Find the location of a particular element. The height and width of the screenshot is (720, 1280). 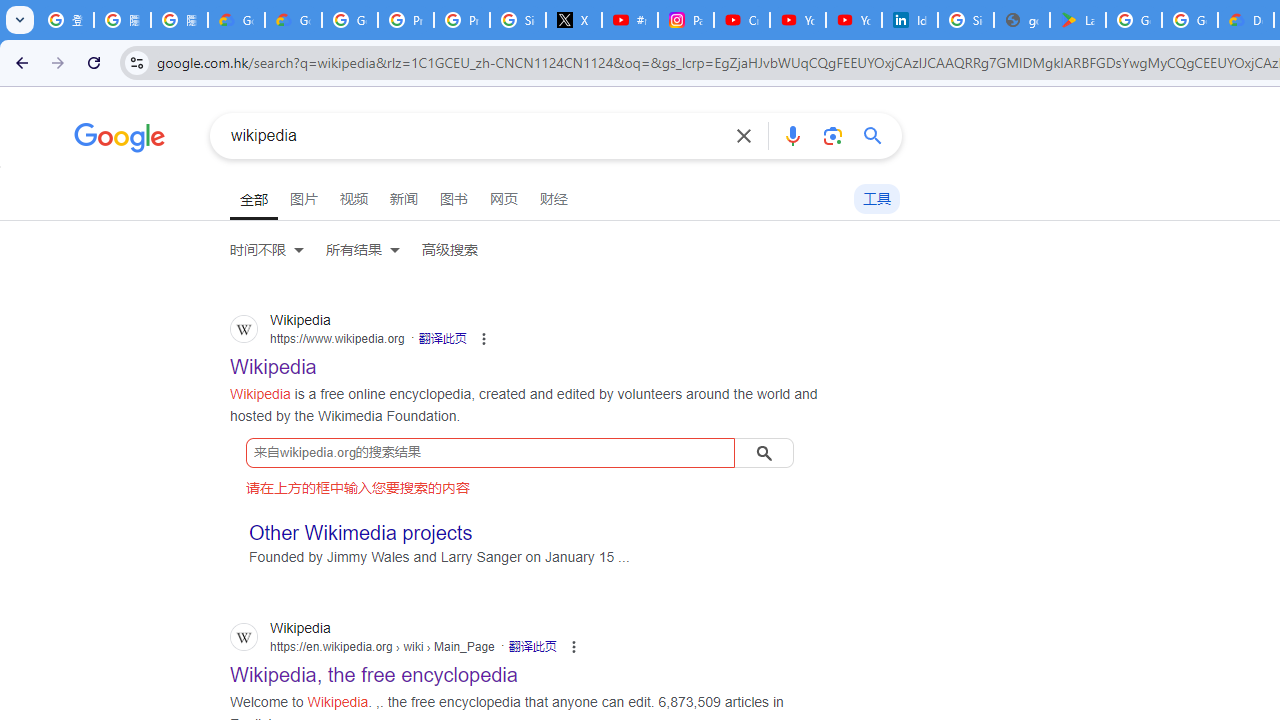

' Wikipedia Wikipedia https://www.wikipedia.org' is located at coordinates (272, 361).